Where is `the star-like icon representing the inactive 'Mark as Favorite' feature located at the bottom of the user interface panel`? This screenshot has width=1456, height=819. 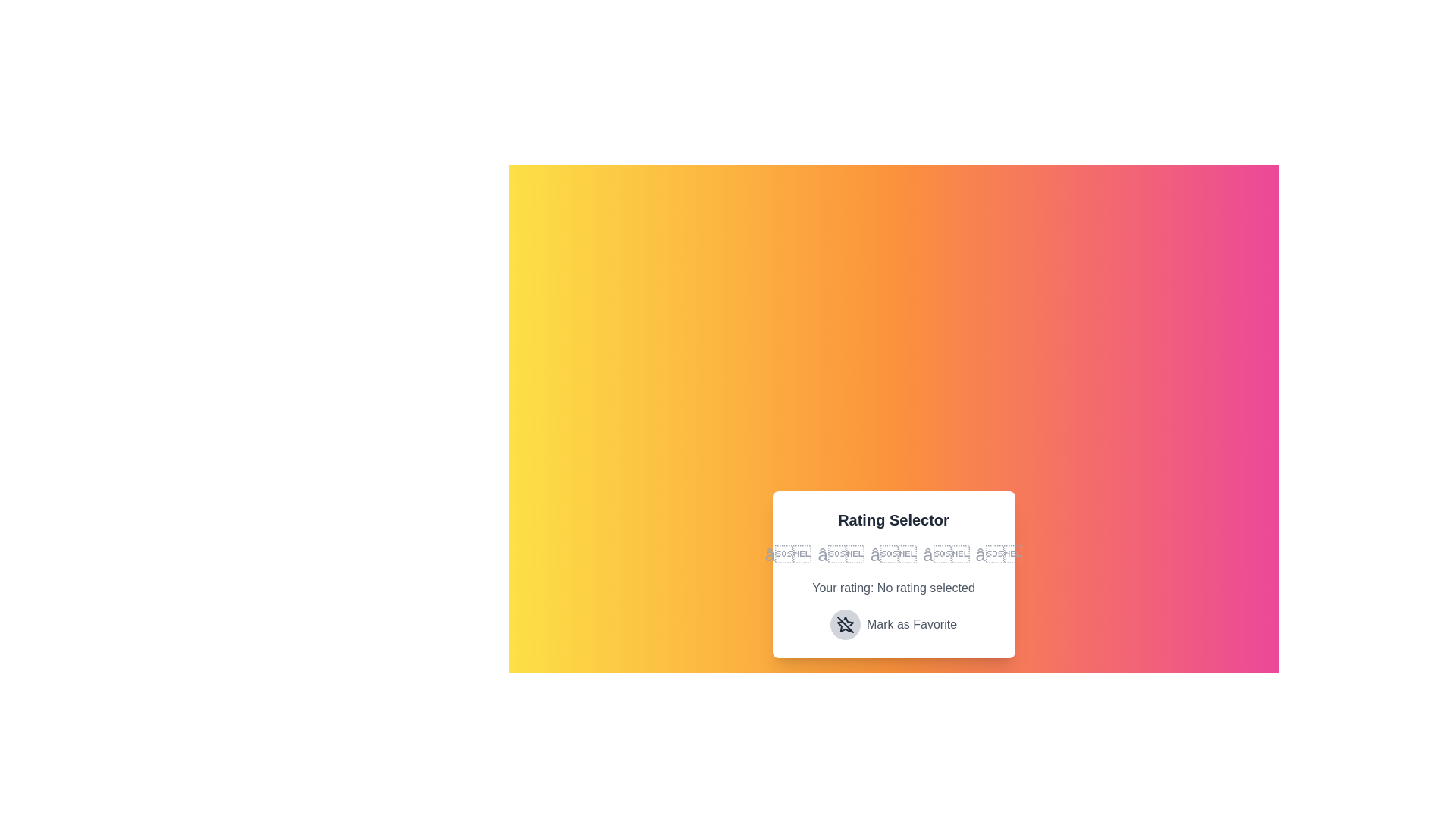 the star-like icon representing the inactive 'Mark as Favorite' feature located at the bottom of the user interface panel is located at coordinates (844, 625).